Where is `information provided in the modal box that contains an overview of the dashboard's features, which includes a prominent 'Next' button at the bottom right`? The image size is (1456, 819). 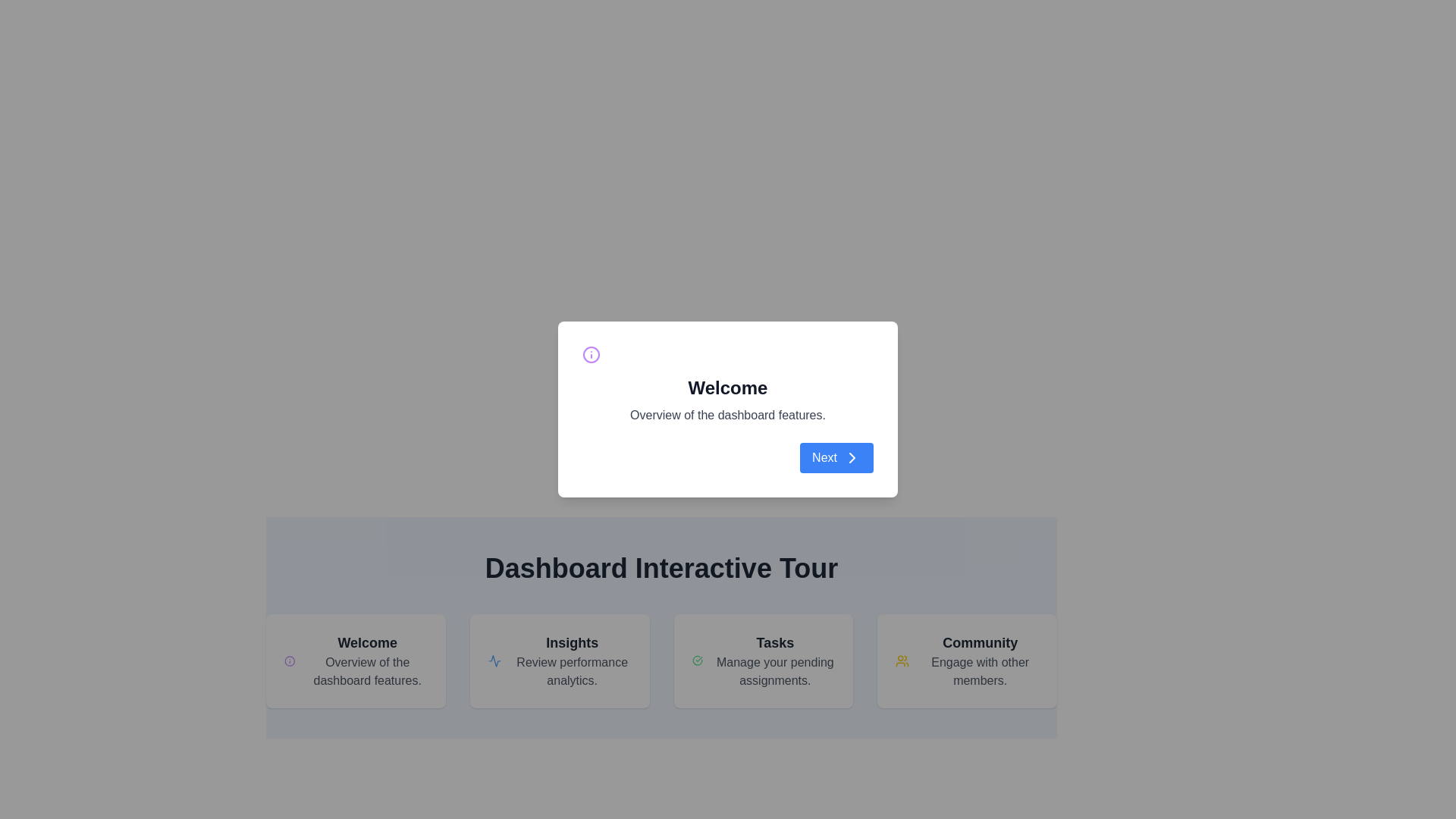
information provided in the modal box that contains an overview of the dashboard's features, which includes a prominent 'Next' button at the bottom right is located at coordinates (728, 408).